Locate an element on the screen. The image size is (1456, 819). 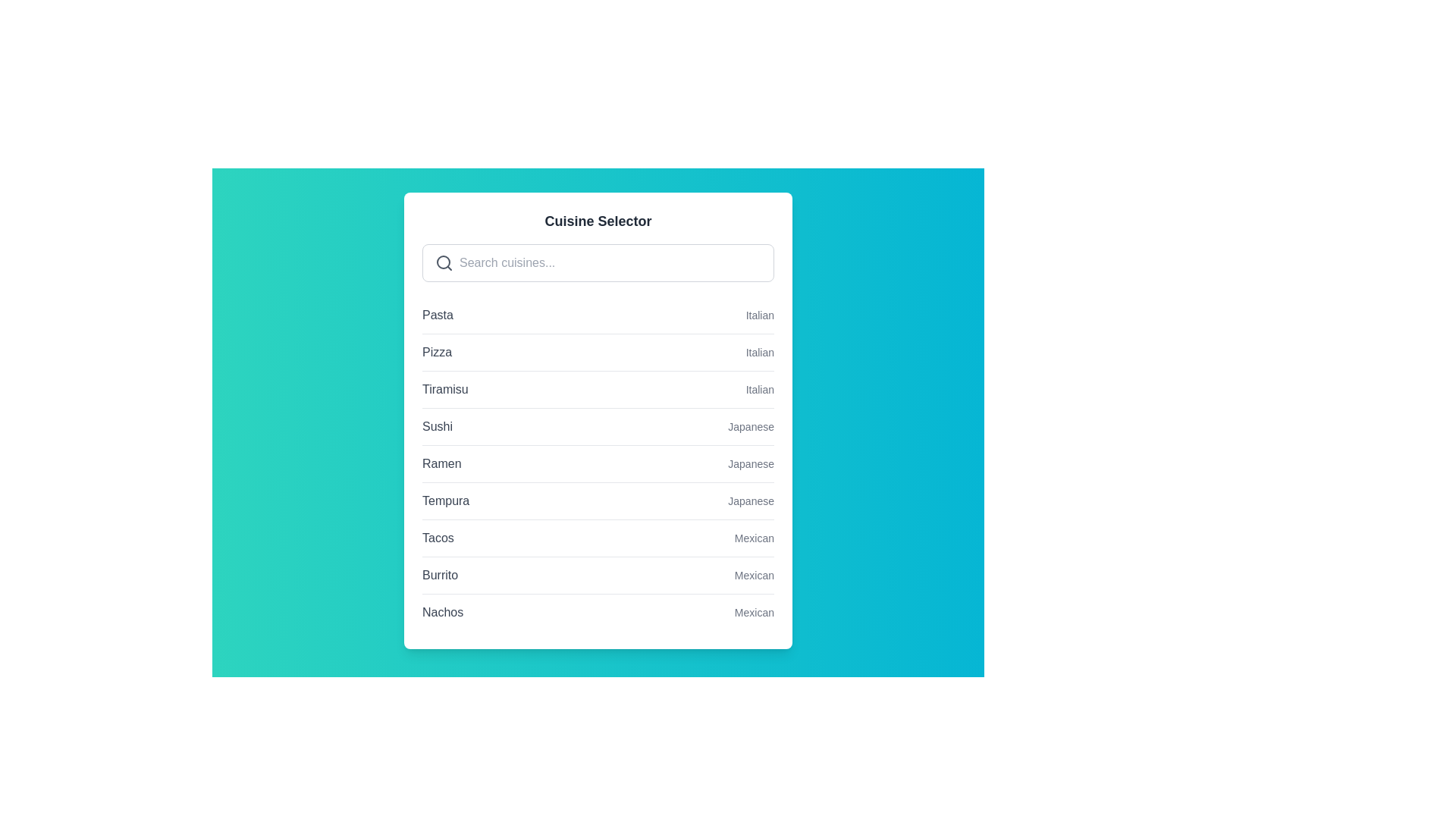
the Search bar located near the top of the white panel labeled 'Cuisine Selector', which allows users to search for specific cuisines is located at coordinates (597, 262).